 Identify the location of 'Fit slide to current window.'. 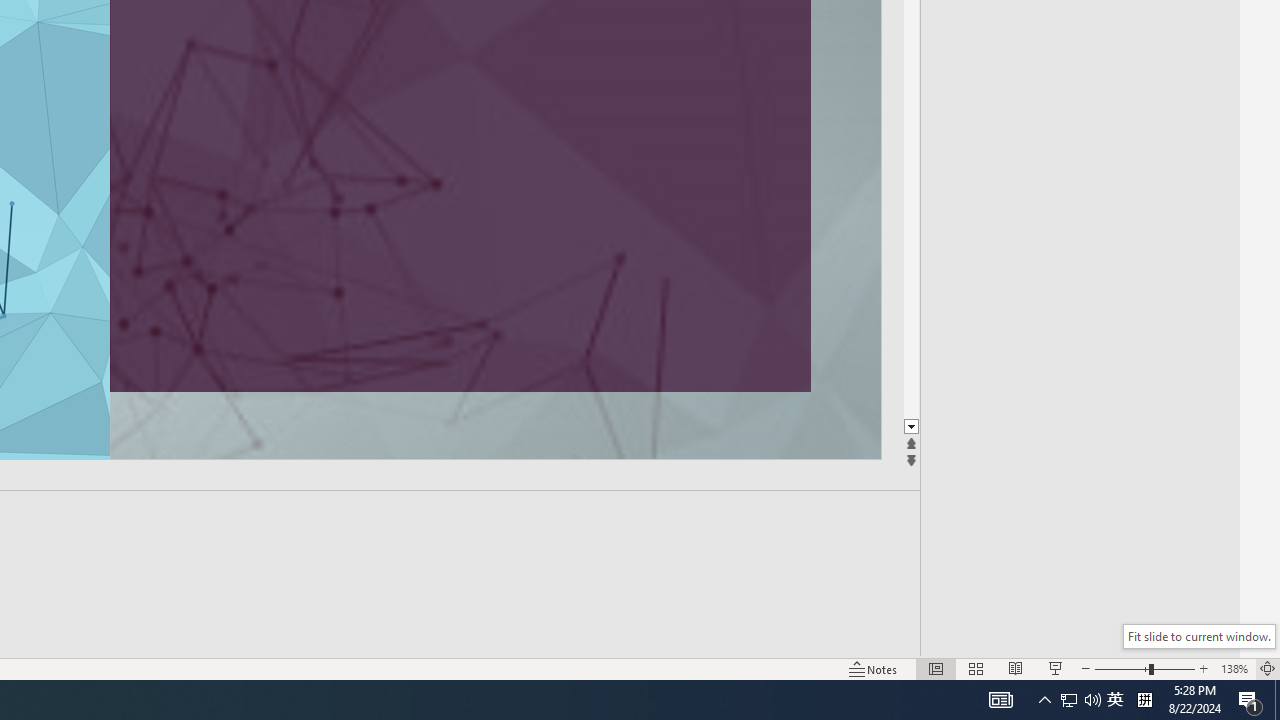
(1199, 636).